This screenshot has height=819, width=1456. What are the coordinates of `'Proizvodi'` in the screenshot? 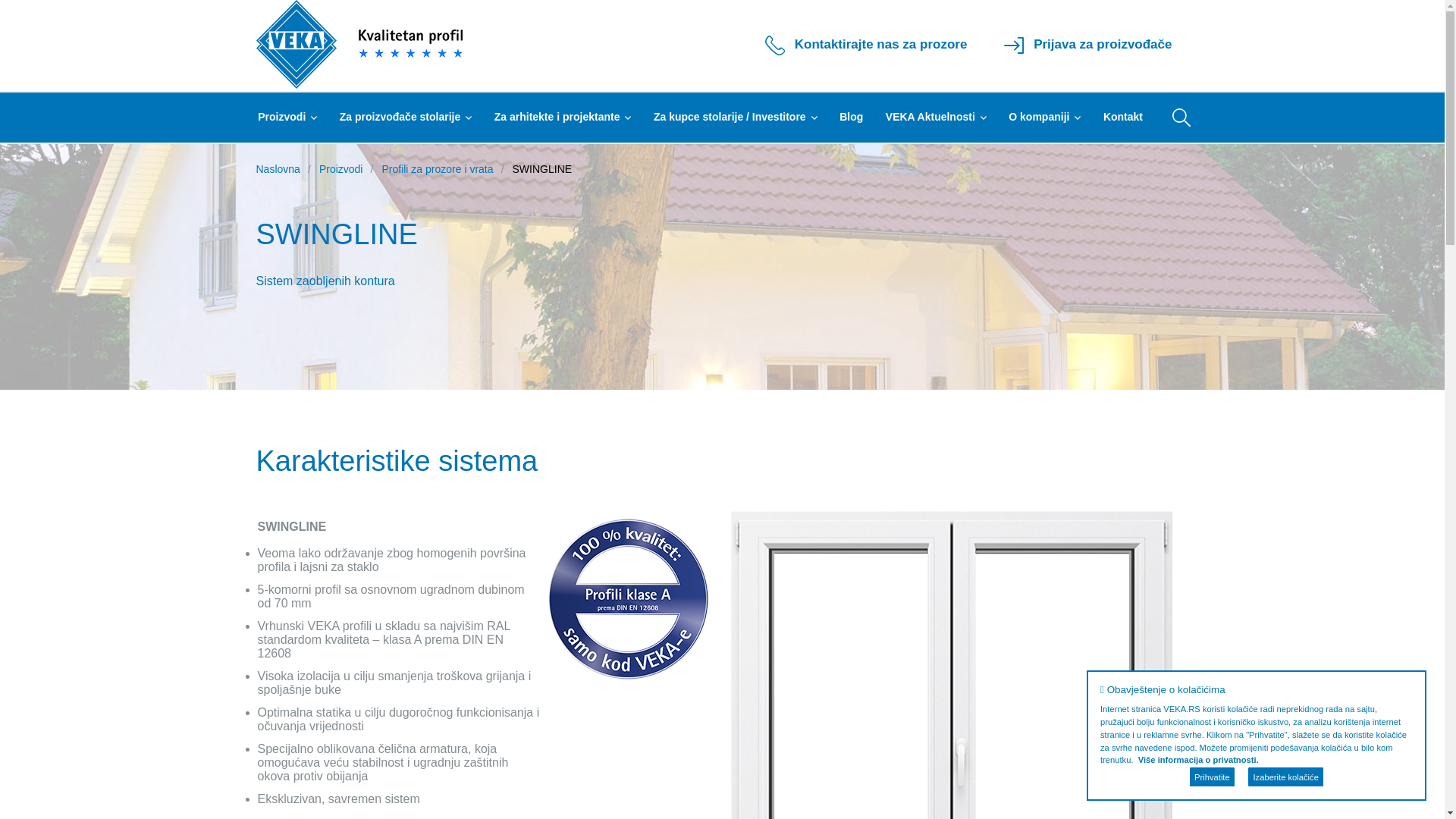 It's located at (340, 169).